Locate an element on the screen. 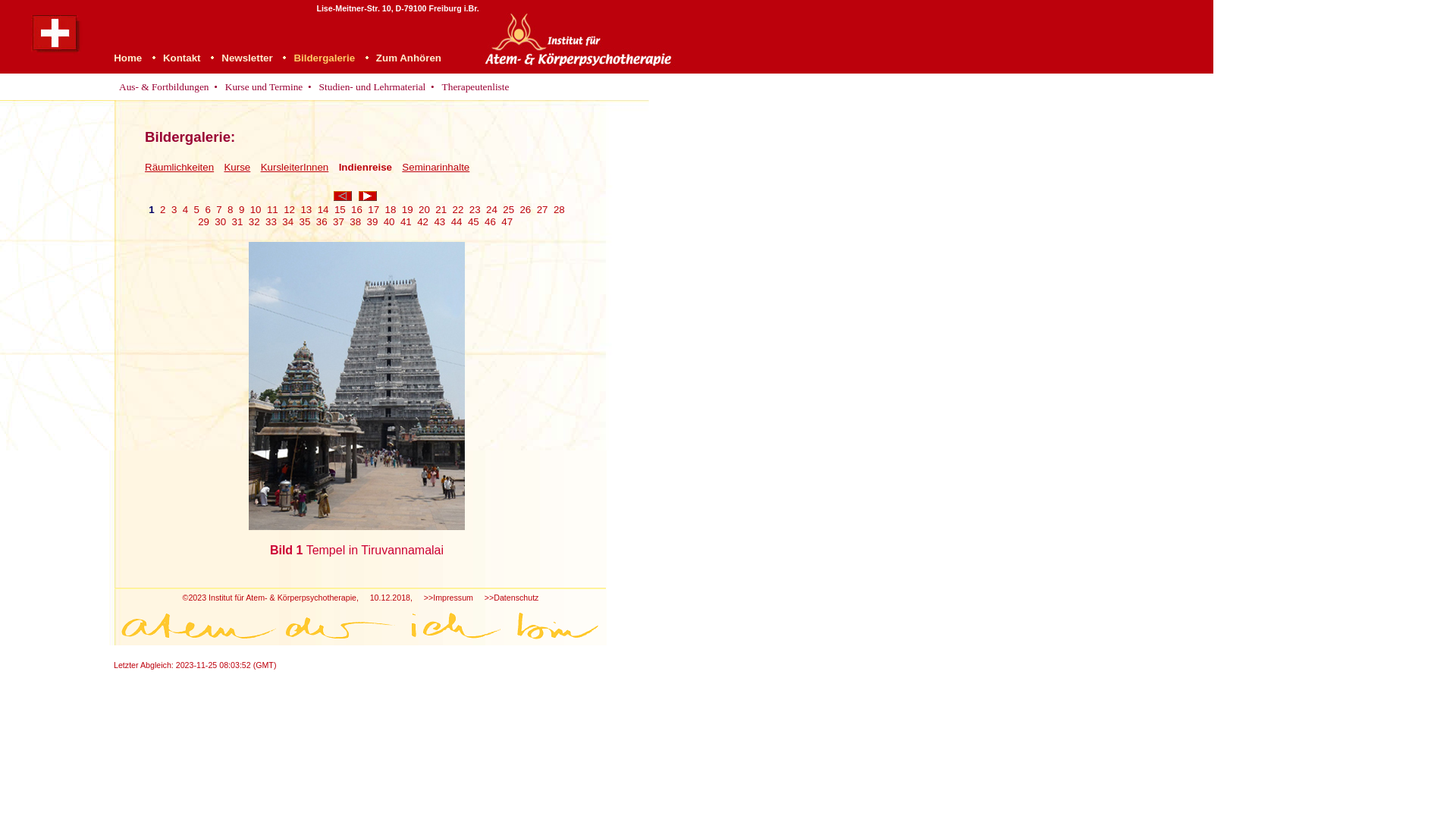 The height and width of the screenshot is (819, 1456). '37' is located at coordinates (337, 221).